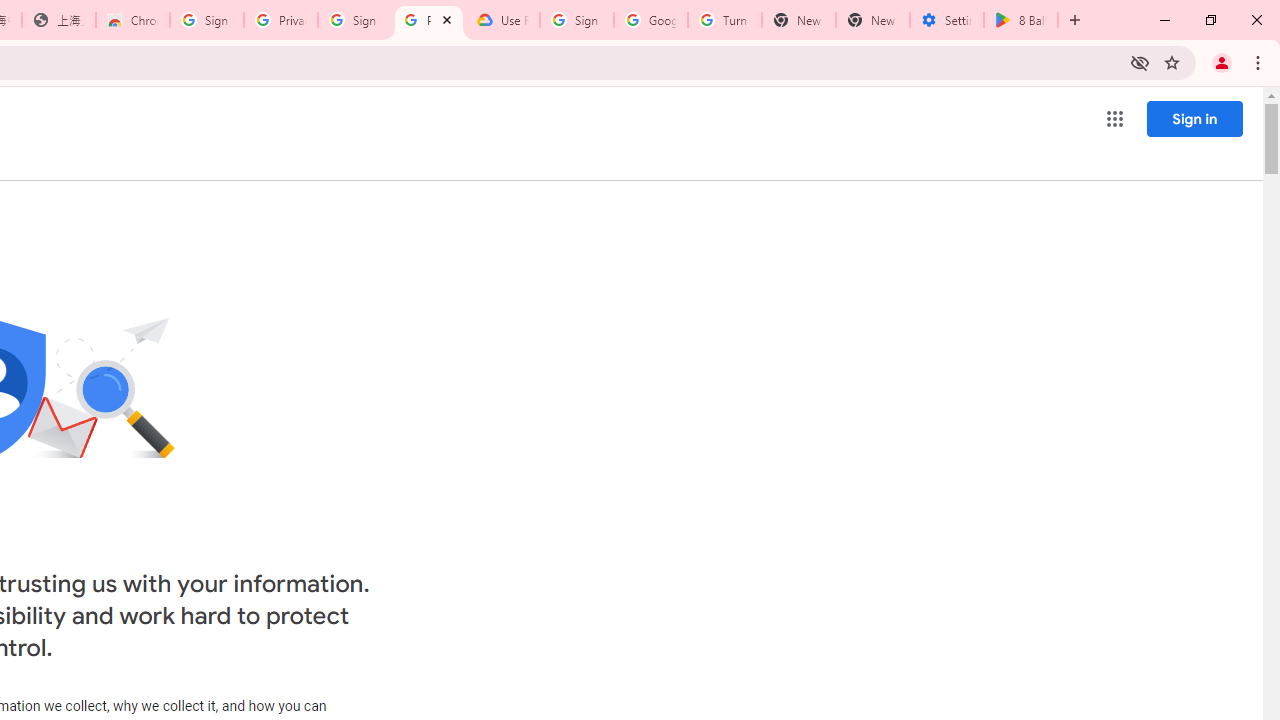 The width and height of the screenshot is (1280, 720). I want to click on 'Google Account Help', so click(651, 20).